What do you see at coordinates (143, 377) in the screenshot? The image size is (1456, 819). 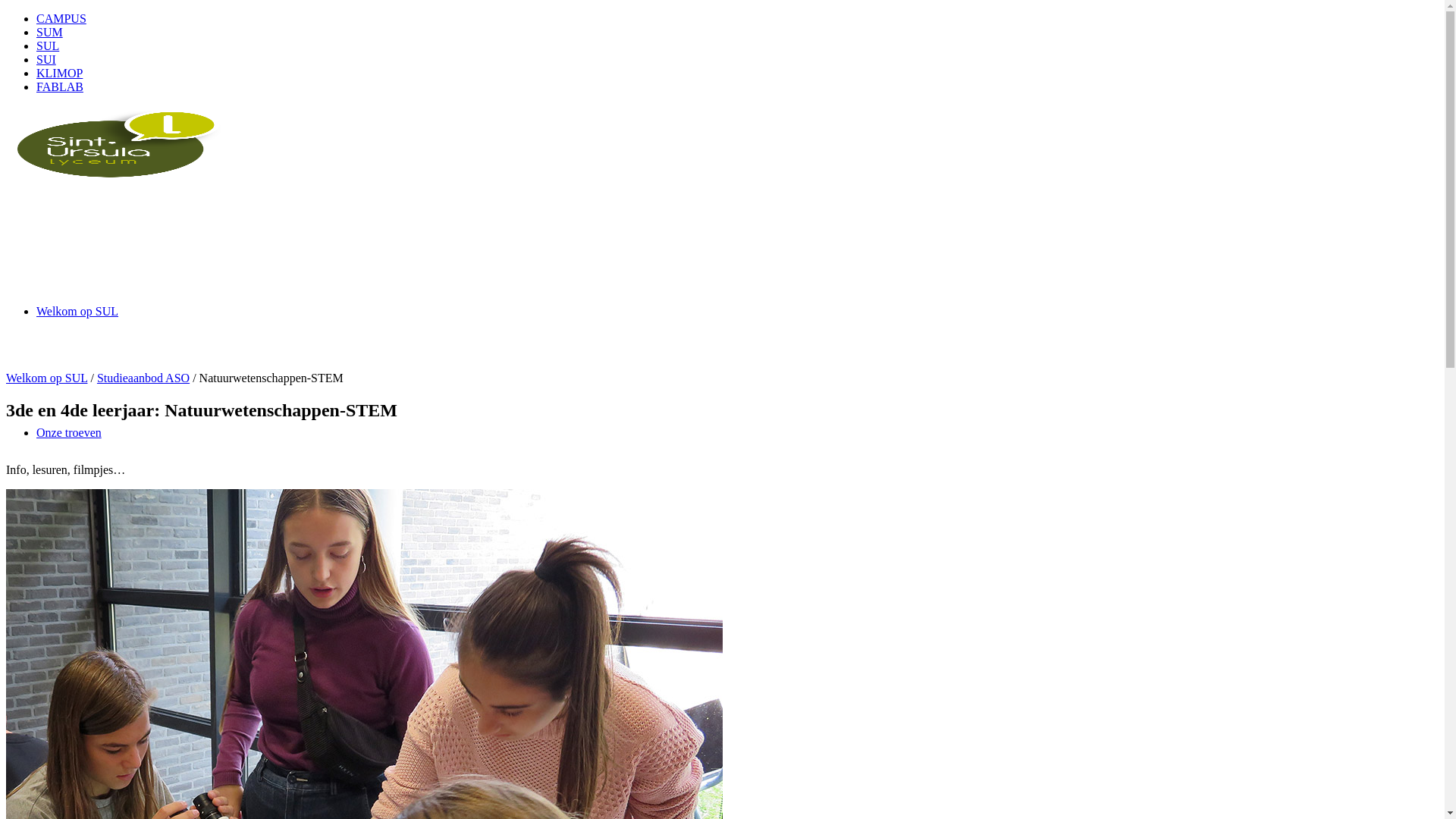 I see `'Studieaanbod ASO'` at bounding box center [143, 377].